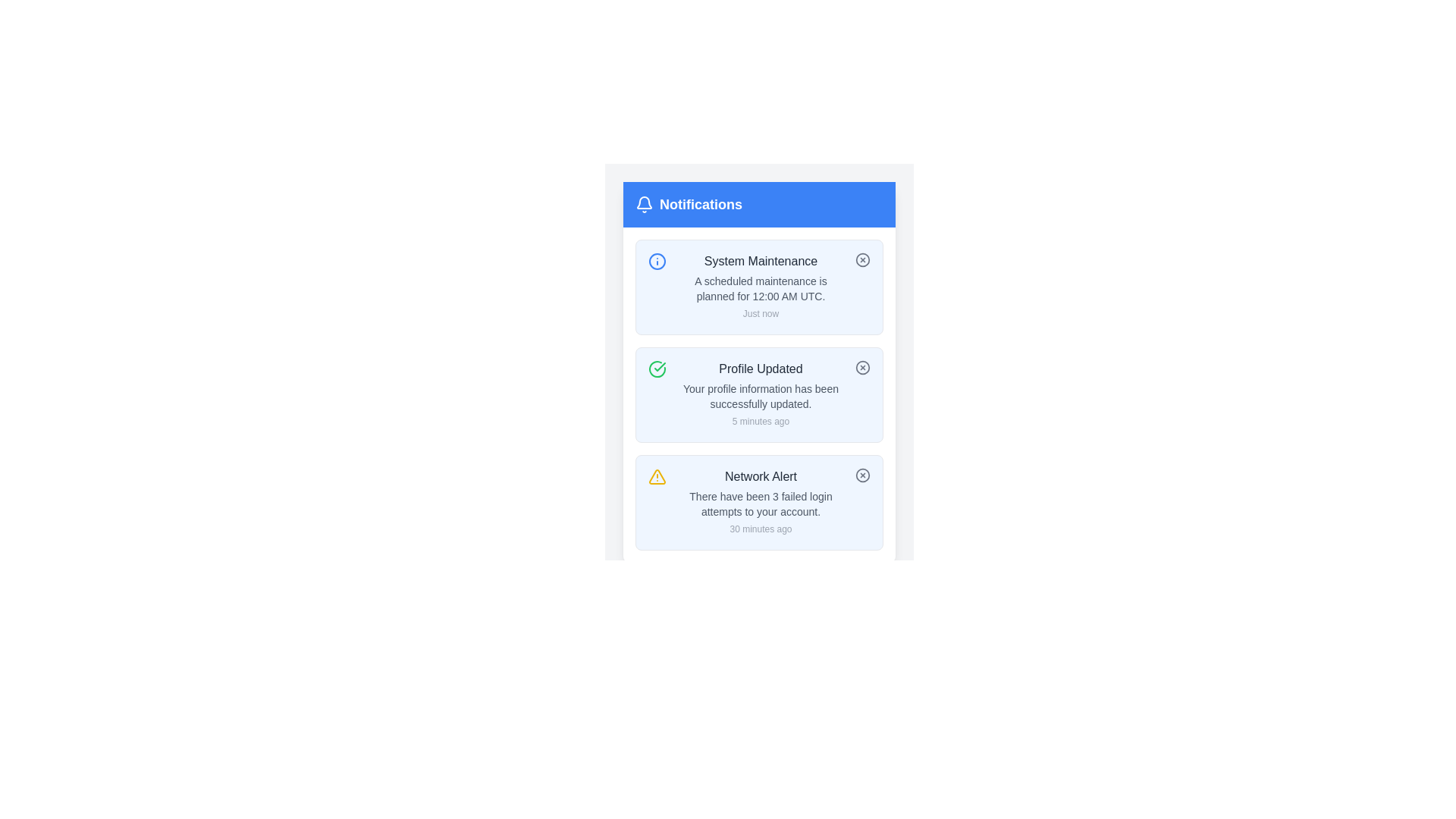  What do you see at coordinates (644, 205) in the screenshot?
I see `the notification icon located at the top-left corner of the blue notification banner, which indicates the presence of notifications` at bounding box center [644, 205].